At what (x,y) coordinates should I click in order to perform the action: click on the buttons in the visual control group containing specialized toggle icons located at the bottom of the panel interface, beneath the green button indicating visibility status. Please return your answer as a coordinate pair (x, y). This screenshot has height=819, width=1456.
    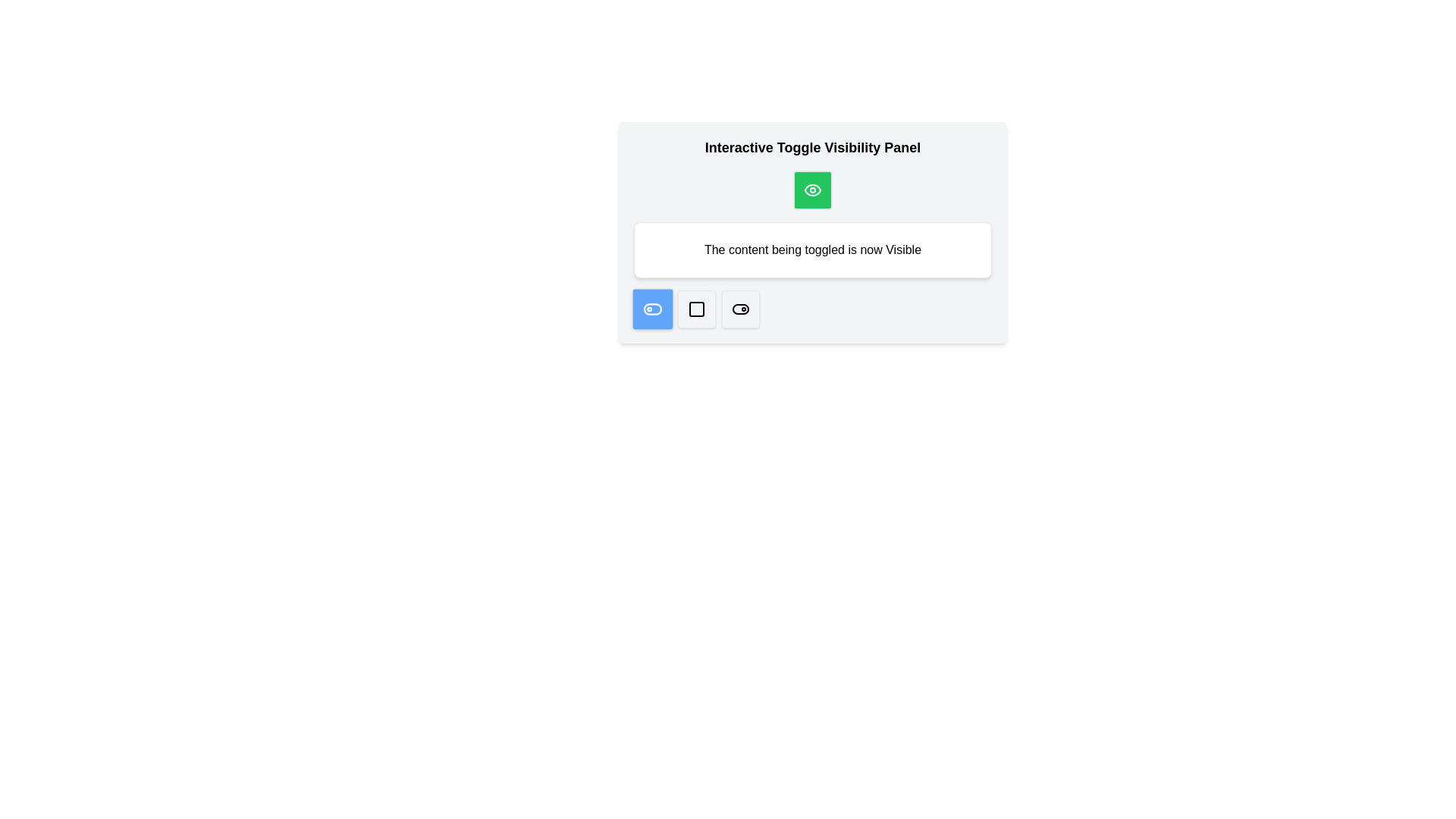
    Looking at the image, I should click on (811, 309).